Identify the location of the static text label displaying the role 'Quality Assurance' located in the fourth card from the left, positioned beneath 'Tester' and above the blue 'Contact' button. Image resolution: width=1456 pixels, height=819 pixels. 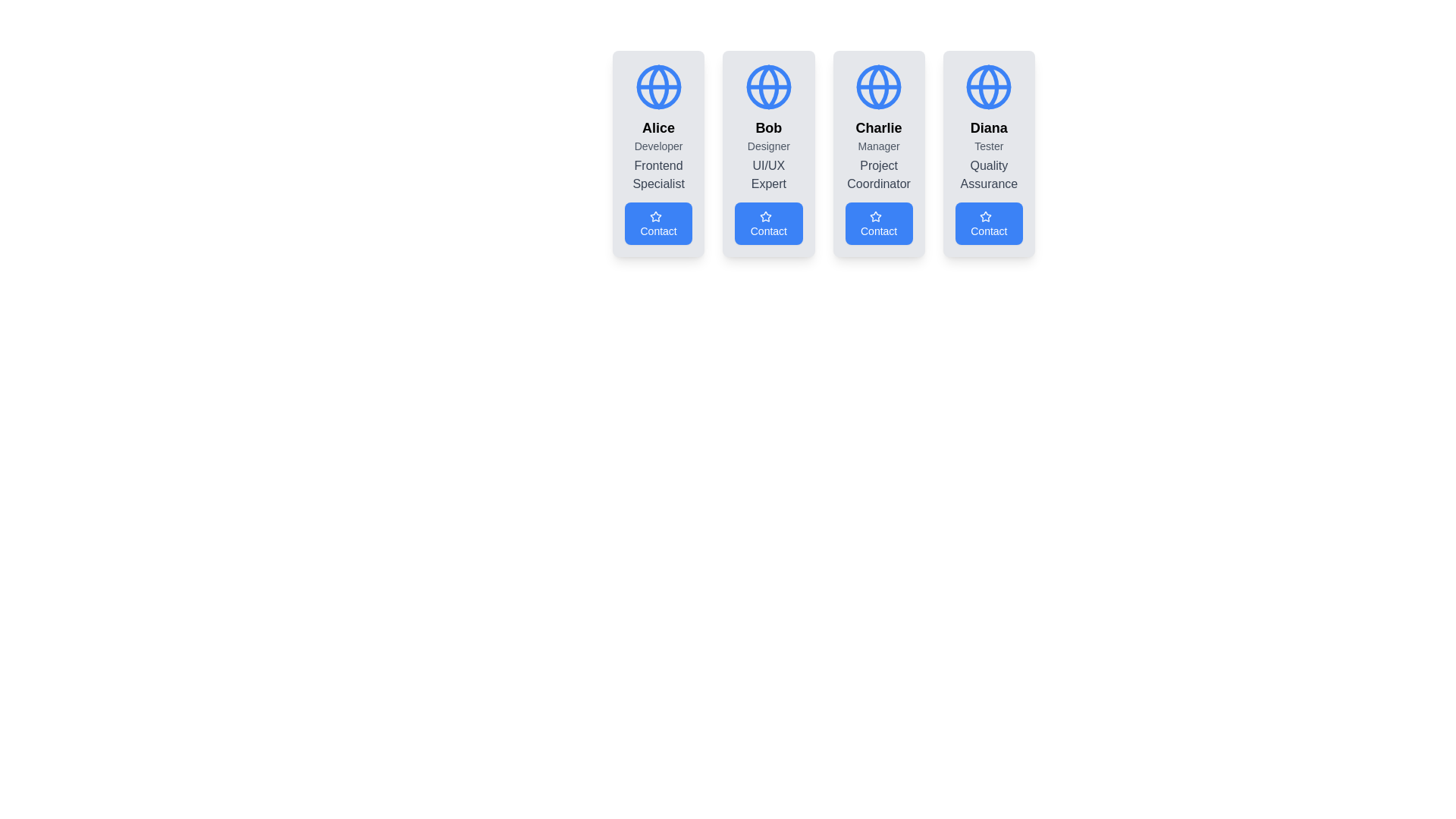
(989, 174).